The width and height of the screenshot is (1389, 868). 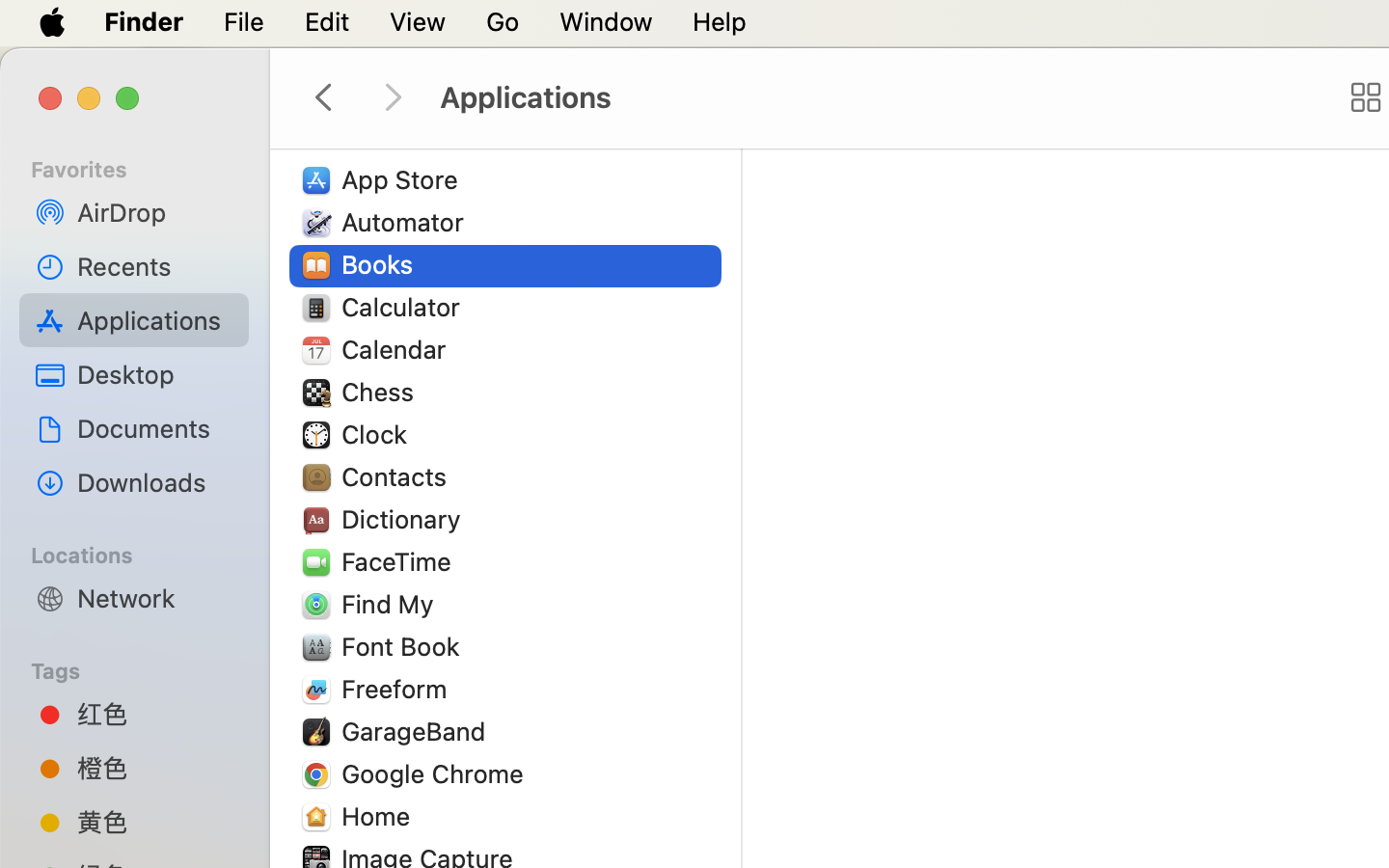 I want to click on 'Google Chrome', so click(x=437, y=773).